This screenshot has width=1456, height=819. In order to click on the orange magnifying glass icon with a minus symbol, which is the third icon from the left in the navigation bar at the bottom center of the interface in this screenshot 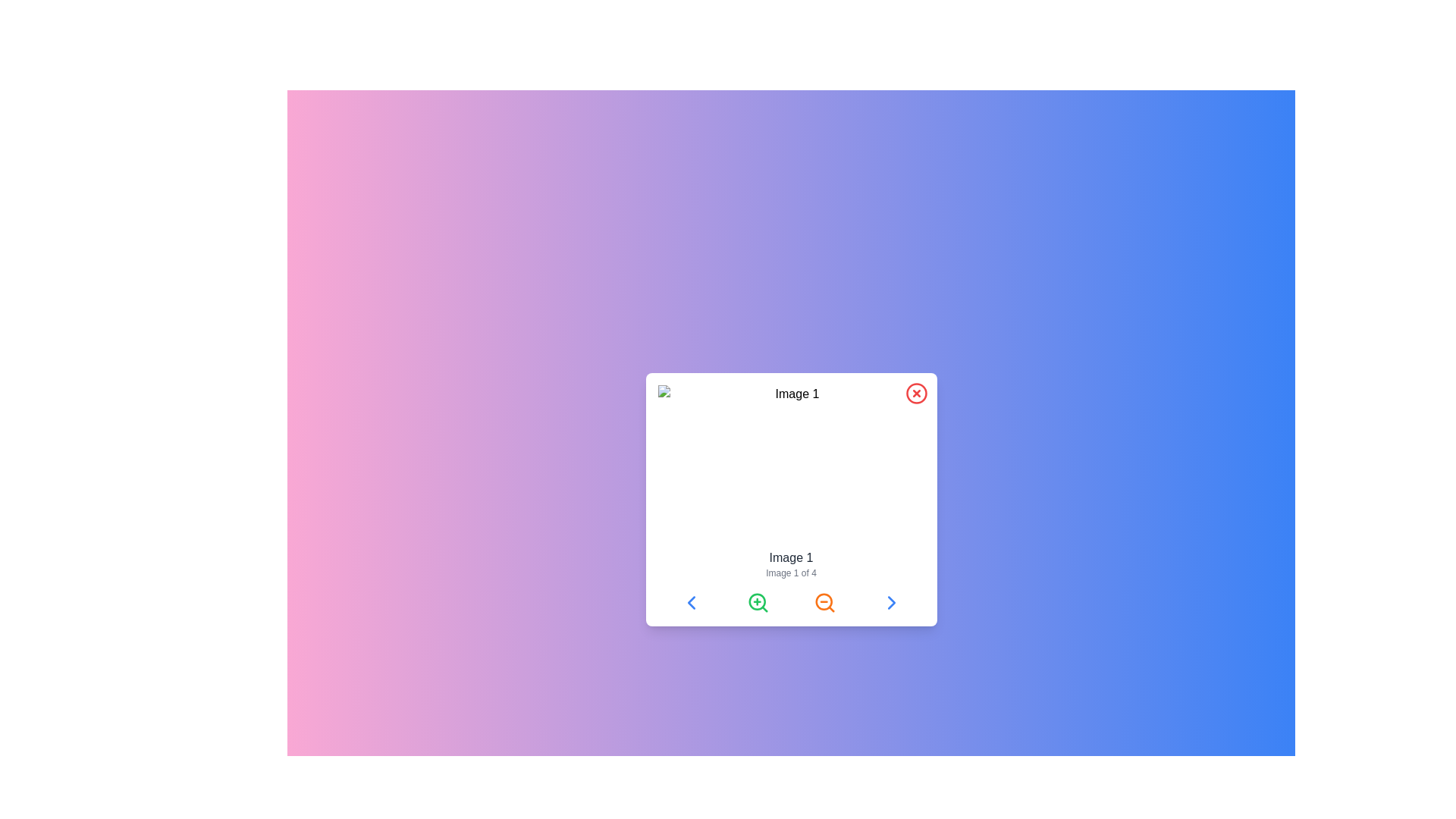, I will do `click(824, 601)`.